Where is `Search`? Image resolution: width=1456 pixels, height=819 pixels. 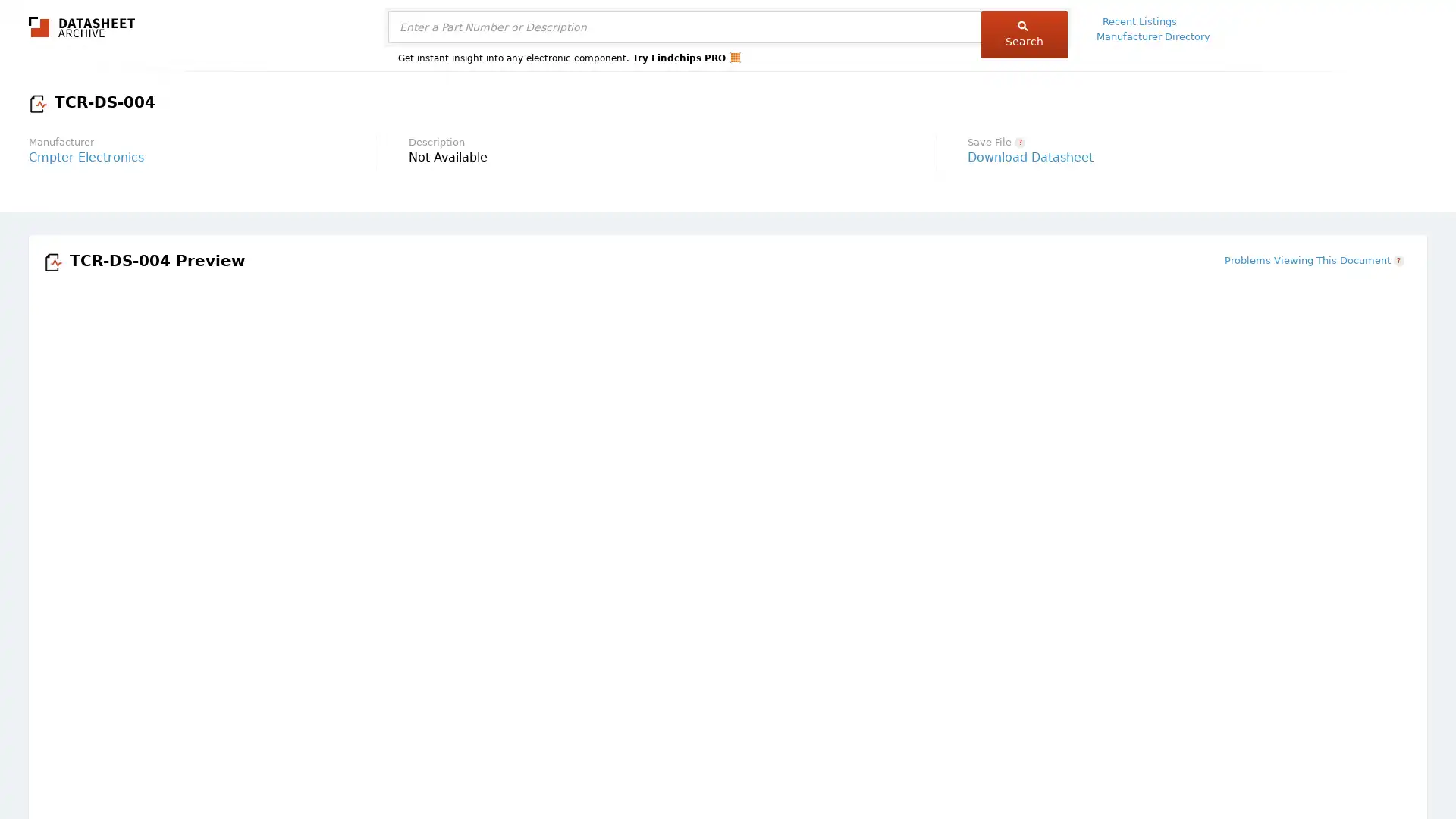 Search is located at coordinates (1023, 34).